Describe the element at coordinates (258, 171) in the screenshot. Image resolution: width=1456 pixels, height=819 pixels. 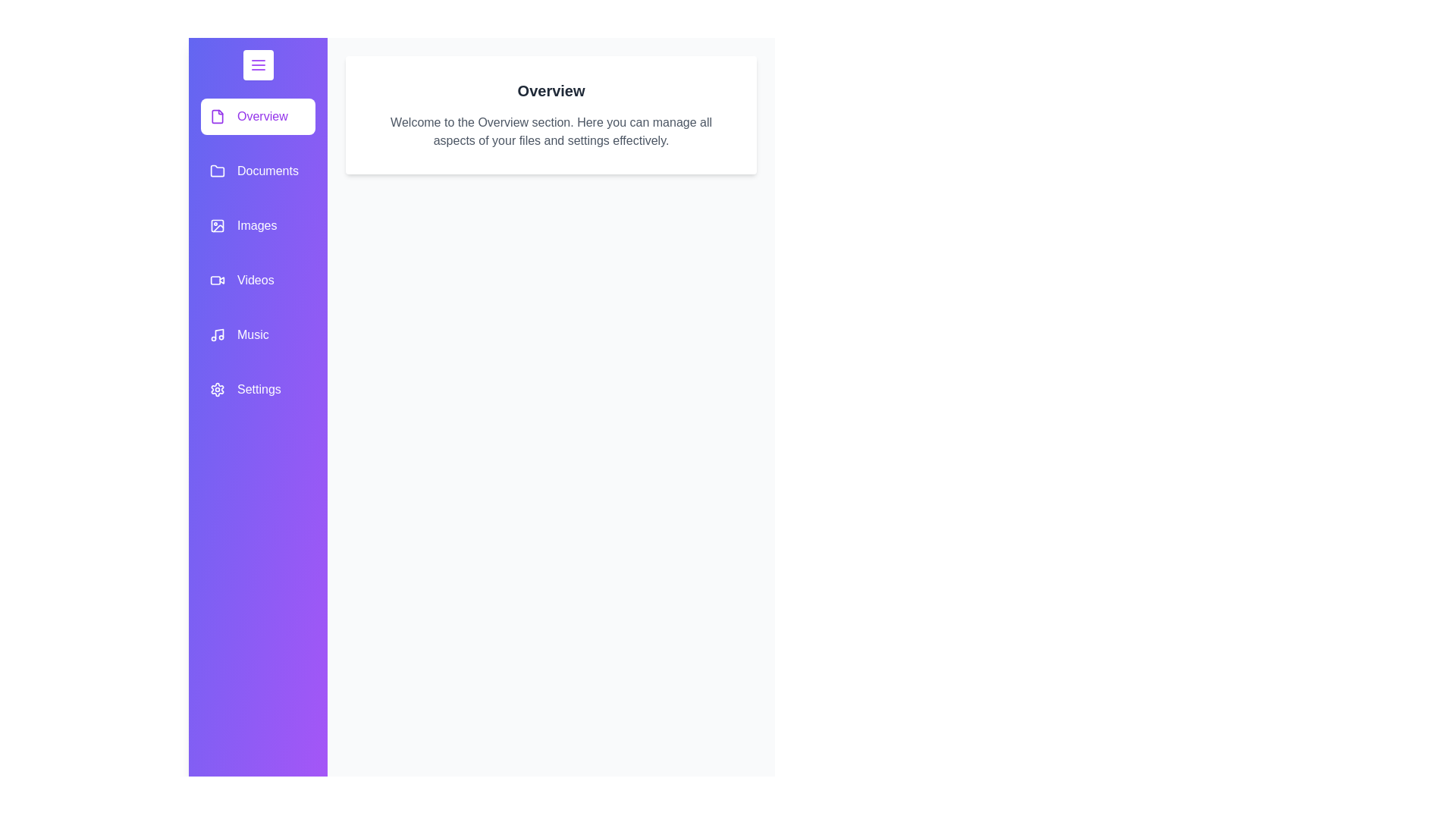
I see `the category item labeled Documents in the drawer` at that location.